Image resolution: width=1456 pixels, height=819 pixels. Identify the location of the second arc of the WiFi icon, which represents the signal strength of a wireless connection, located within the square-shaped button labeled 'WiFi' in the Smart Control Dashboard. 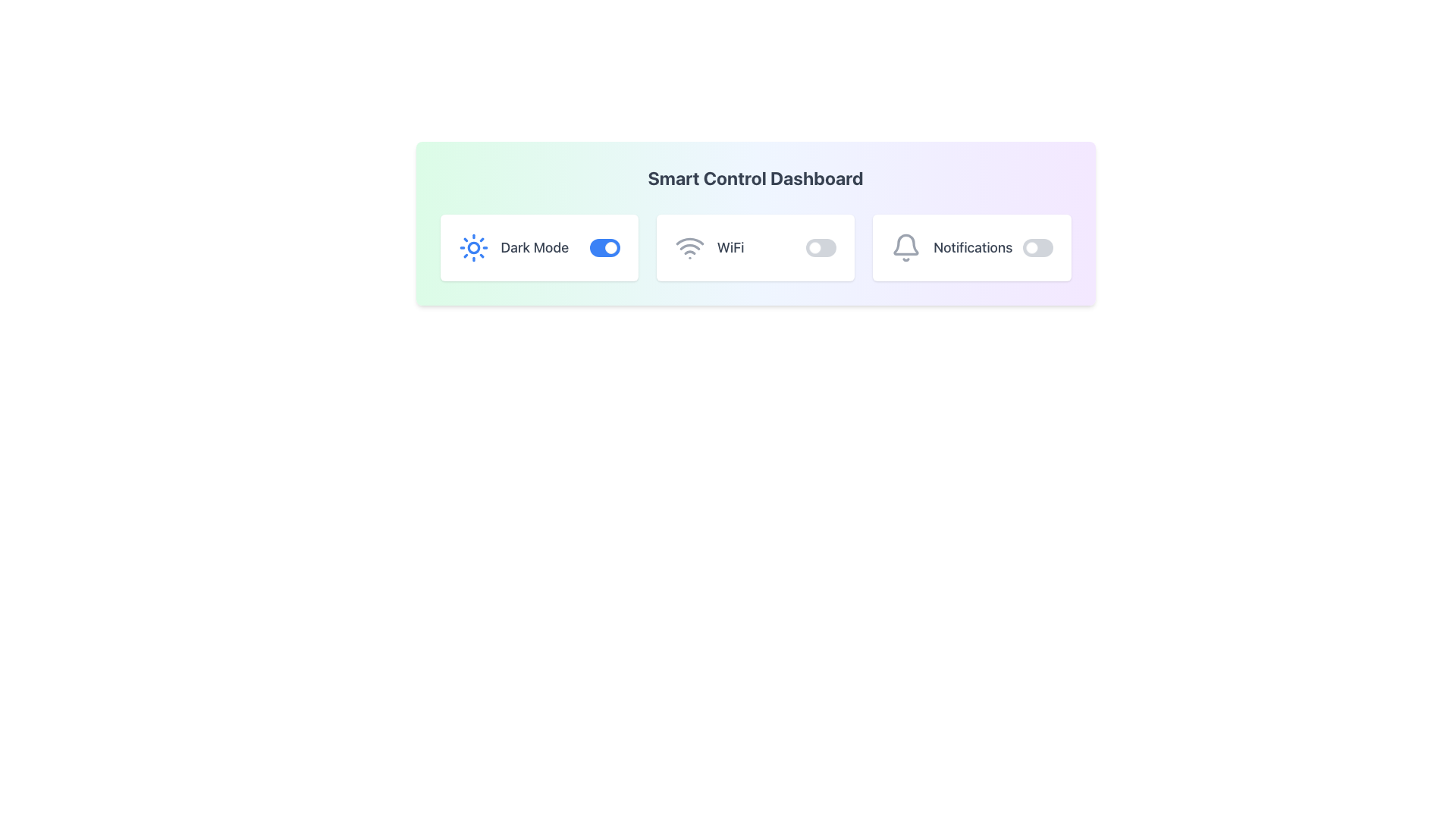
(689, 240).